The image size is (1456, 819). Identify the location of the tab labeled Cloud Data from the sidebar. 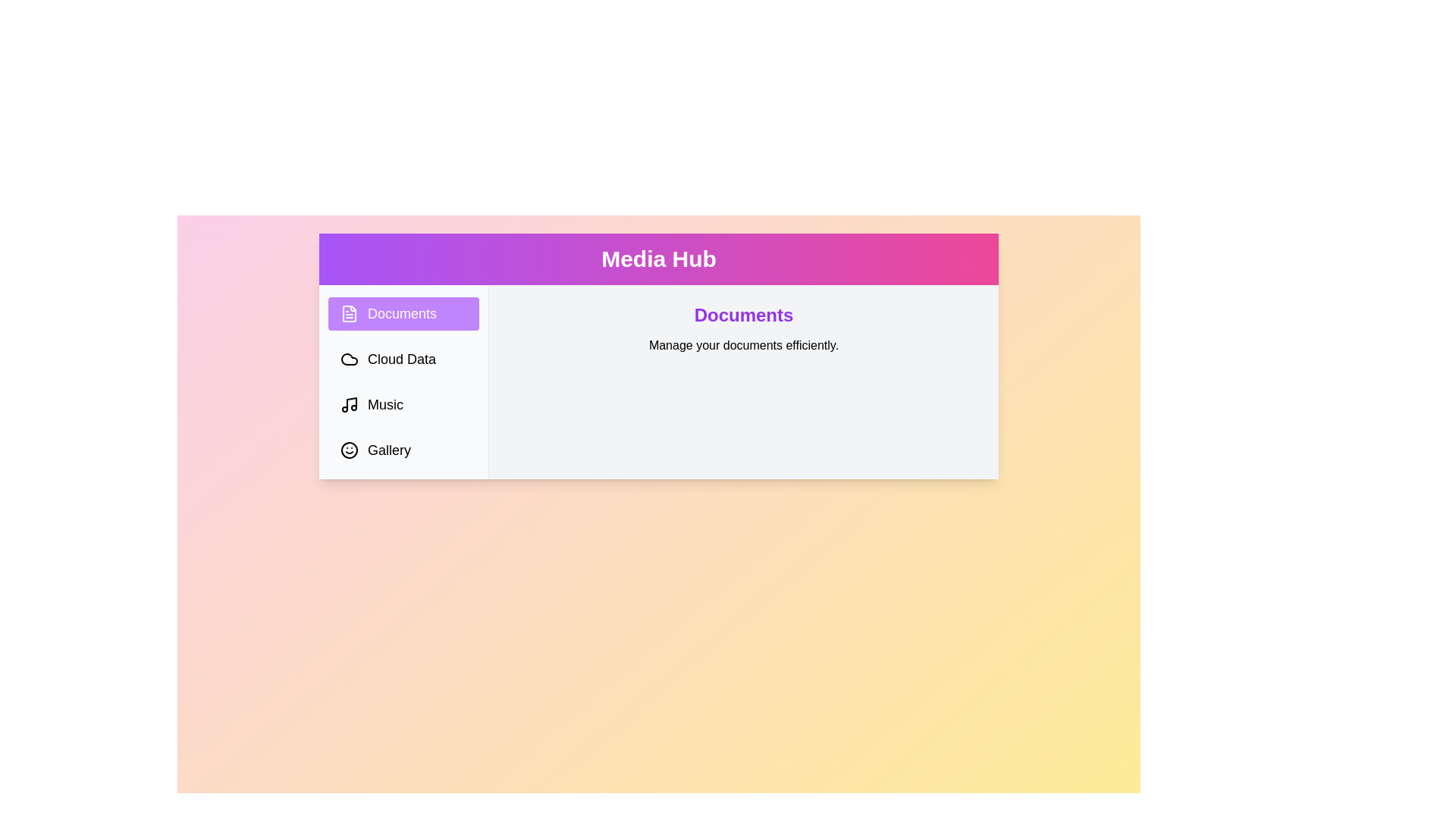
(403, 359).